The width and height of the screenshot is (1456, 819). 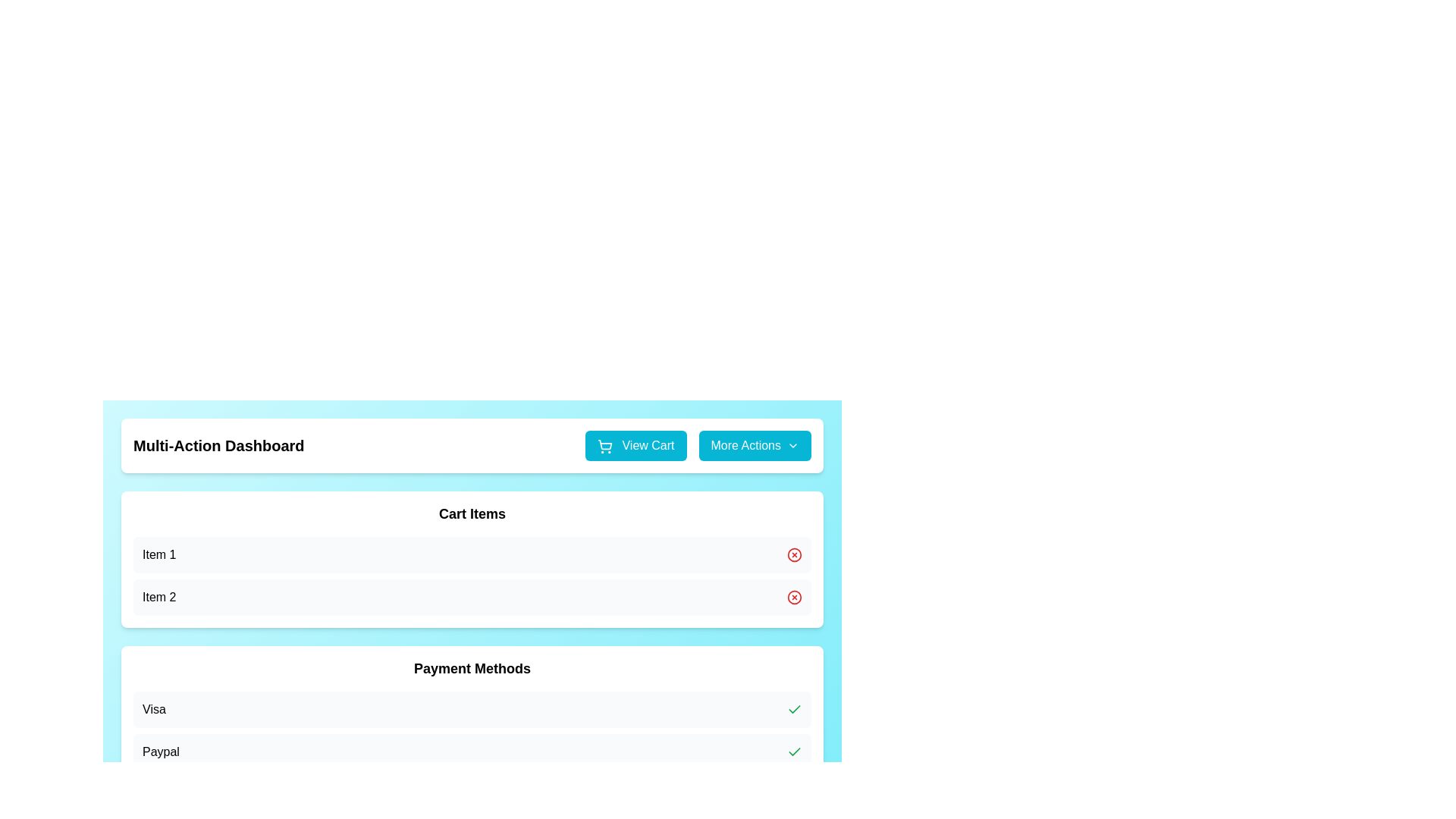 I want to click on on the shopping cart icon, which is located within the cyan button labeled 'View Cart' positioned at the top center of the interface, so click(x=604, y=444).